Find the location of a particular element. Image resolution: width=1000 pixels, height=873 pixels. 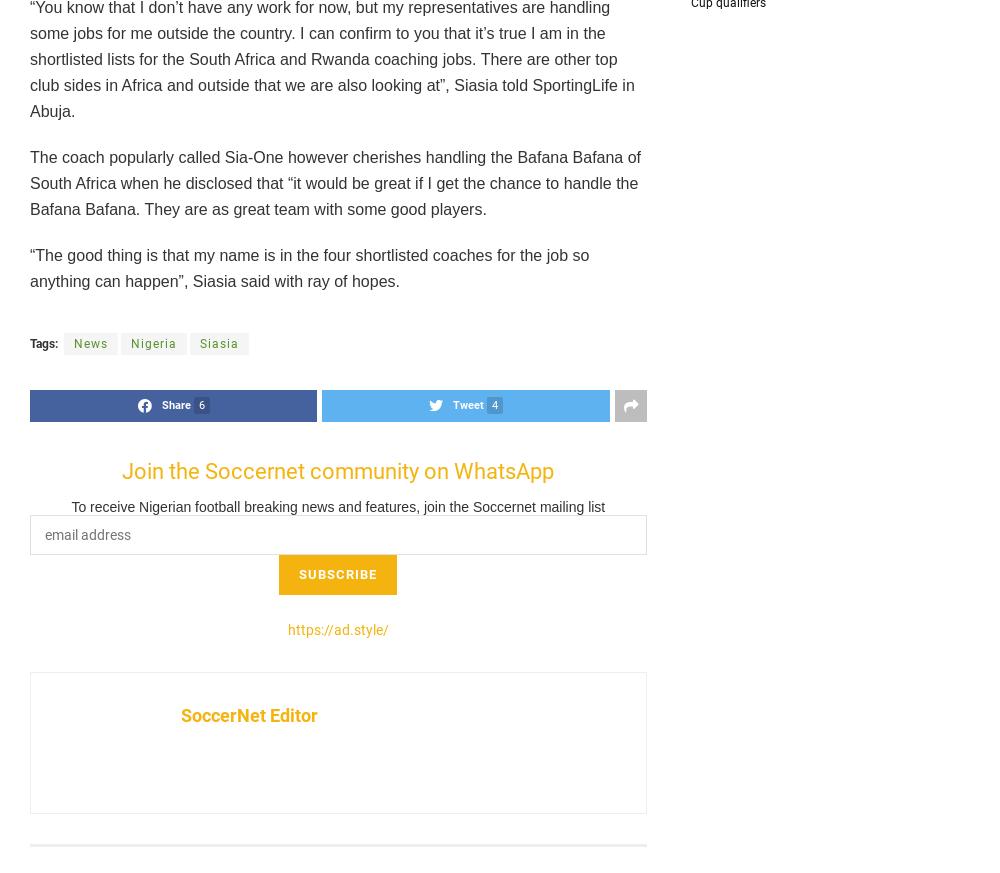

'SoccerNet Editor' is located at coordinates (248, 713).